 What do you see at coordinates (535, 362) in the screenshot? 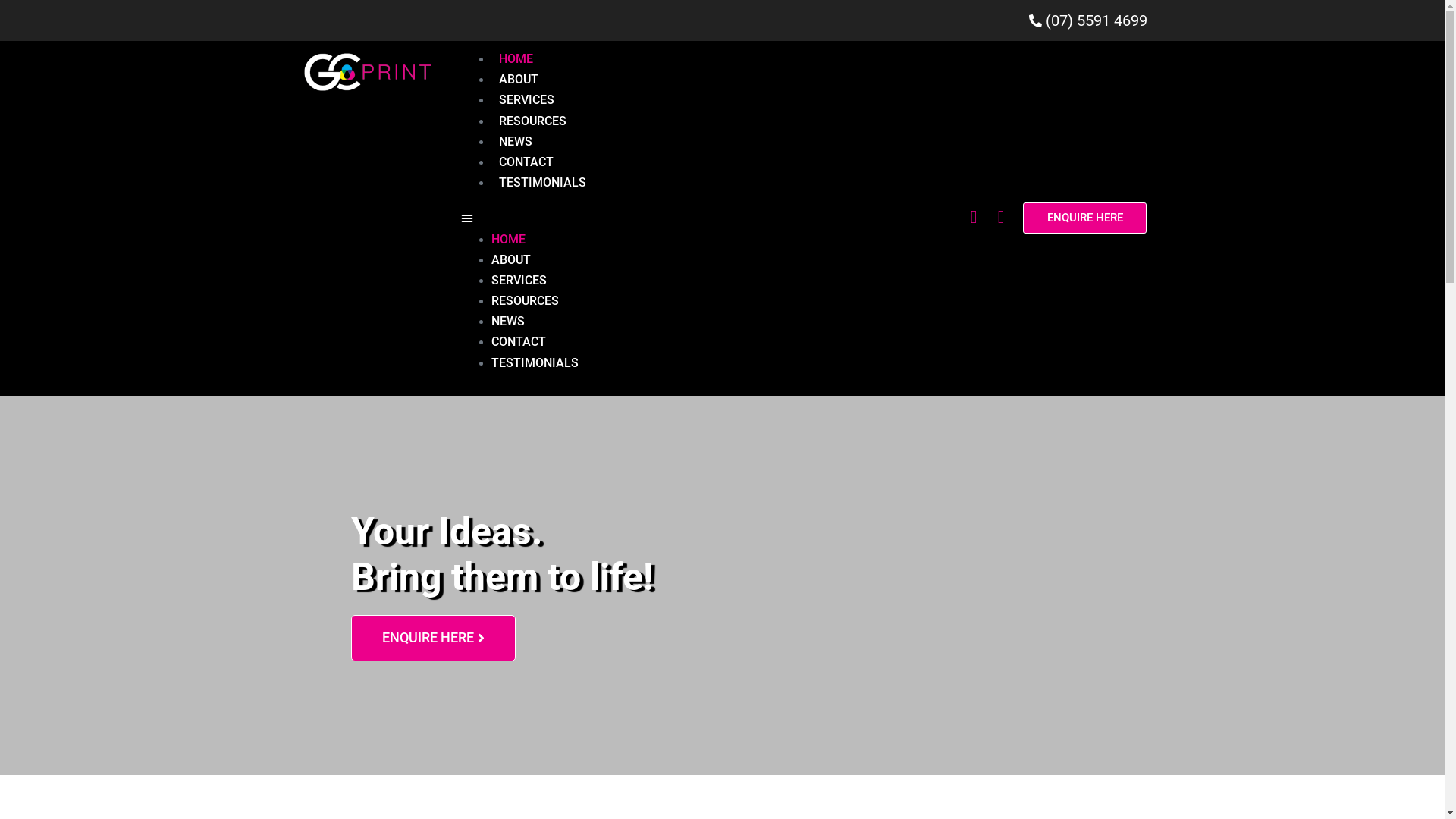
I see `'TESTIMONIALS'` at bounding box center [535, 362].